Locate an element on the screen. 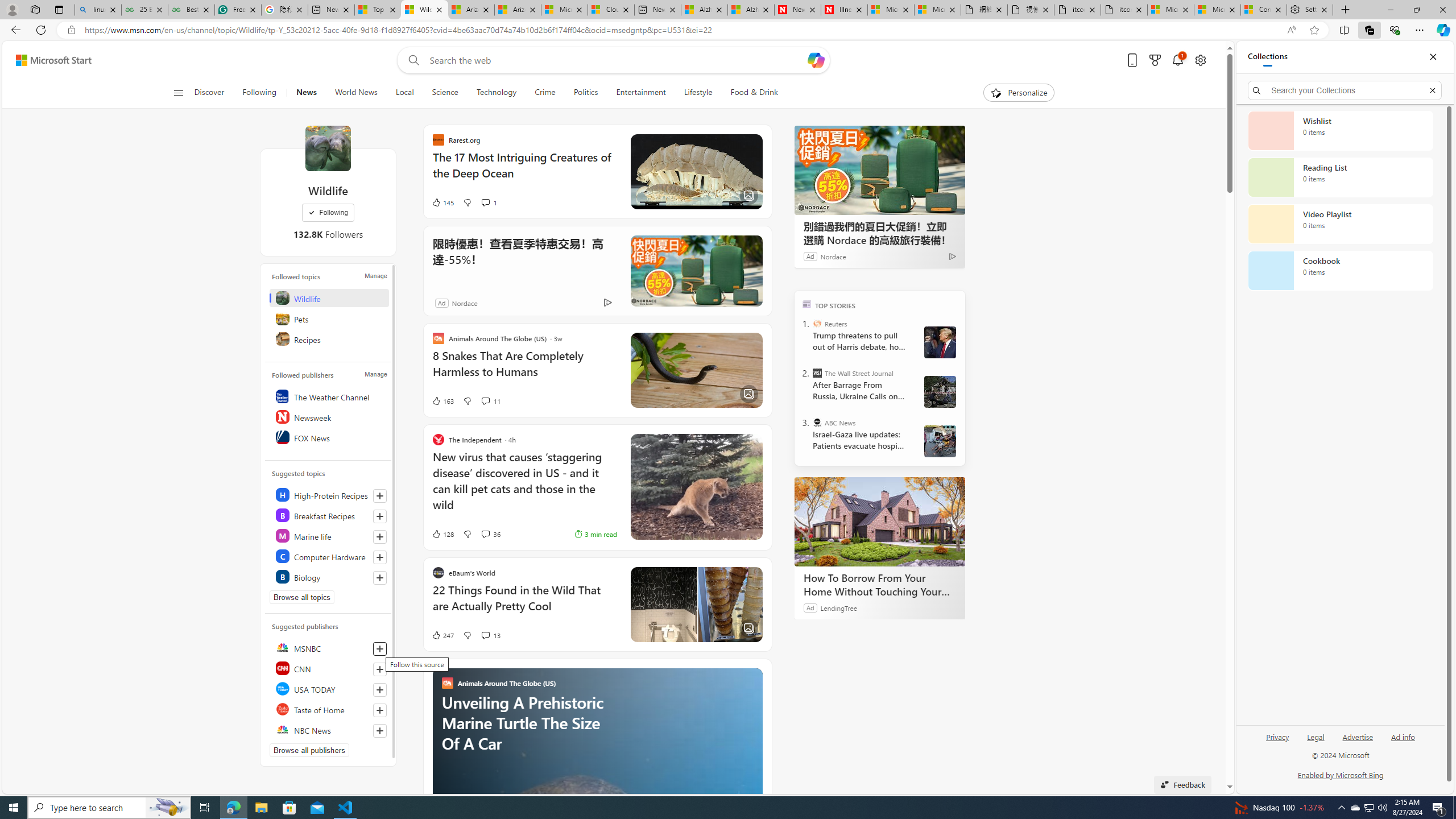 This screenshot has width=1456, height=819. 'Browse all topics' is located at coordinates (301, 597).